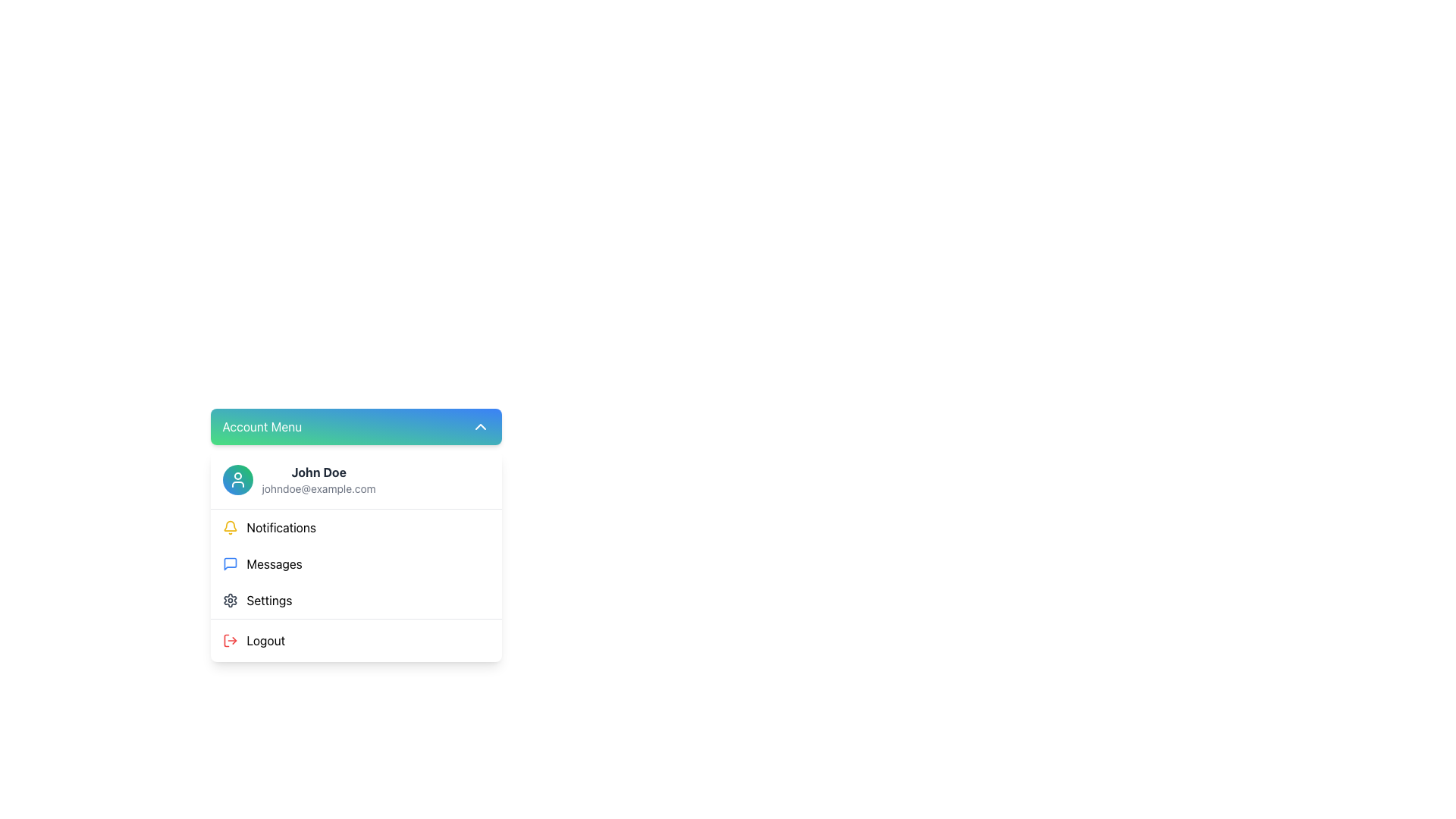 Image resolution: width=1456 pixels, height=819 pixels. Describe the element at coordinates (318, 479) in the screenshot. I see `text displayed in the Account Menu's Text Display, which shows the name and email address of the current user, located to the right of the user icon` at that location.